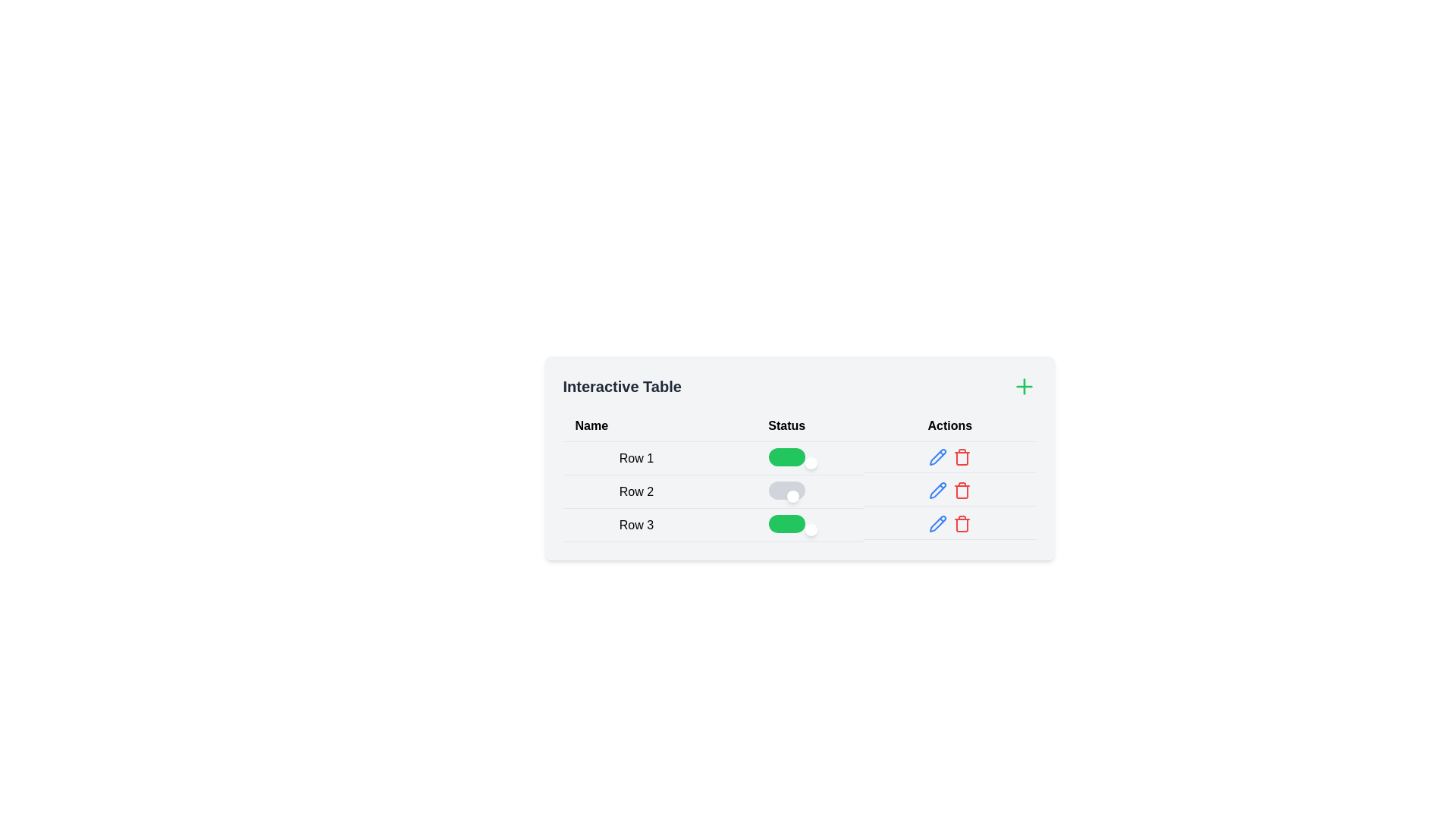  I want to click on the green toggle switch styled as a rounded rectangular slider located next to the 'Row 1' label, so click(799, 457).